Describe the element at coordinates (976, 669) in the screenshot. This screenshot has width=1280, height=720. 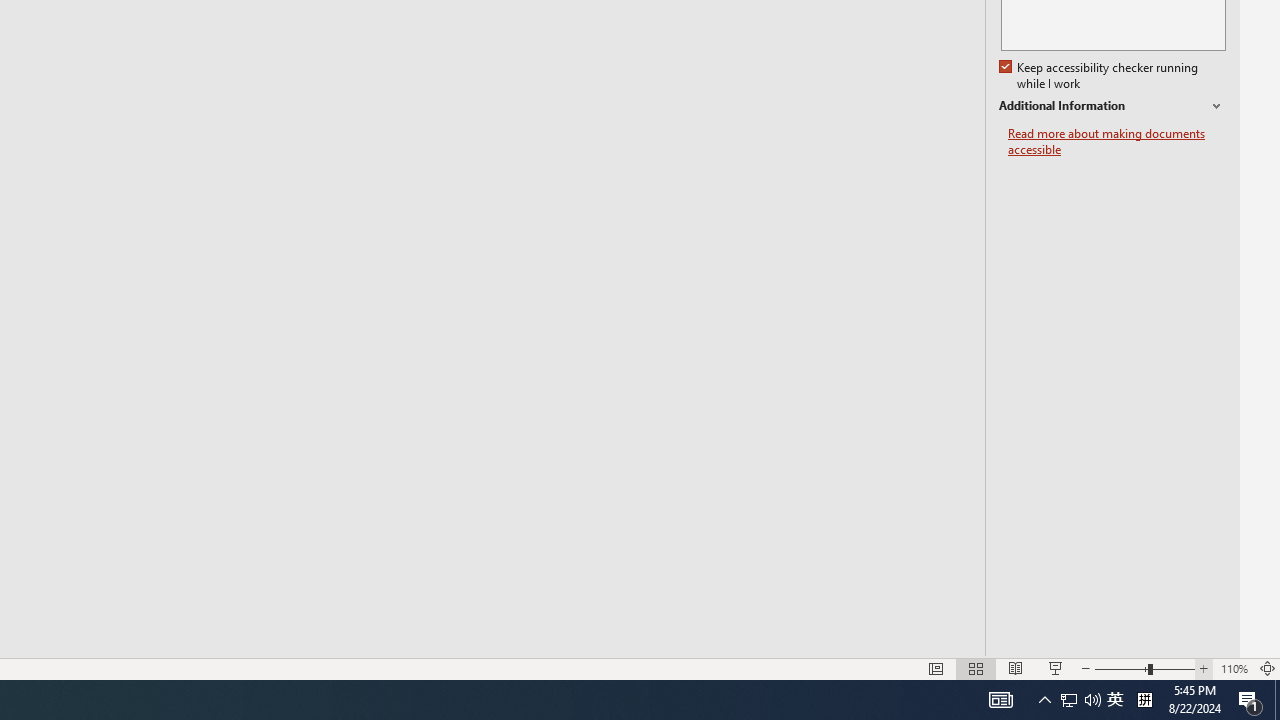
I see `'Slide Sorter'` at that location.